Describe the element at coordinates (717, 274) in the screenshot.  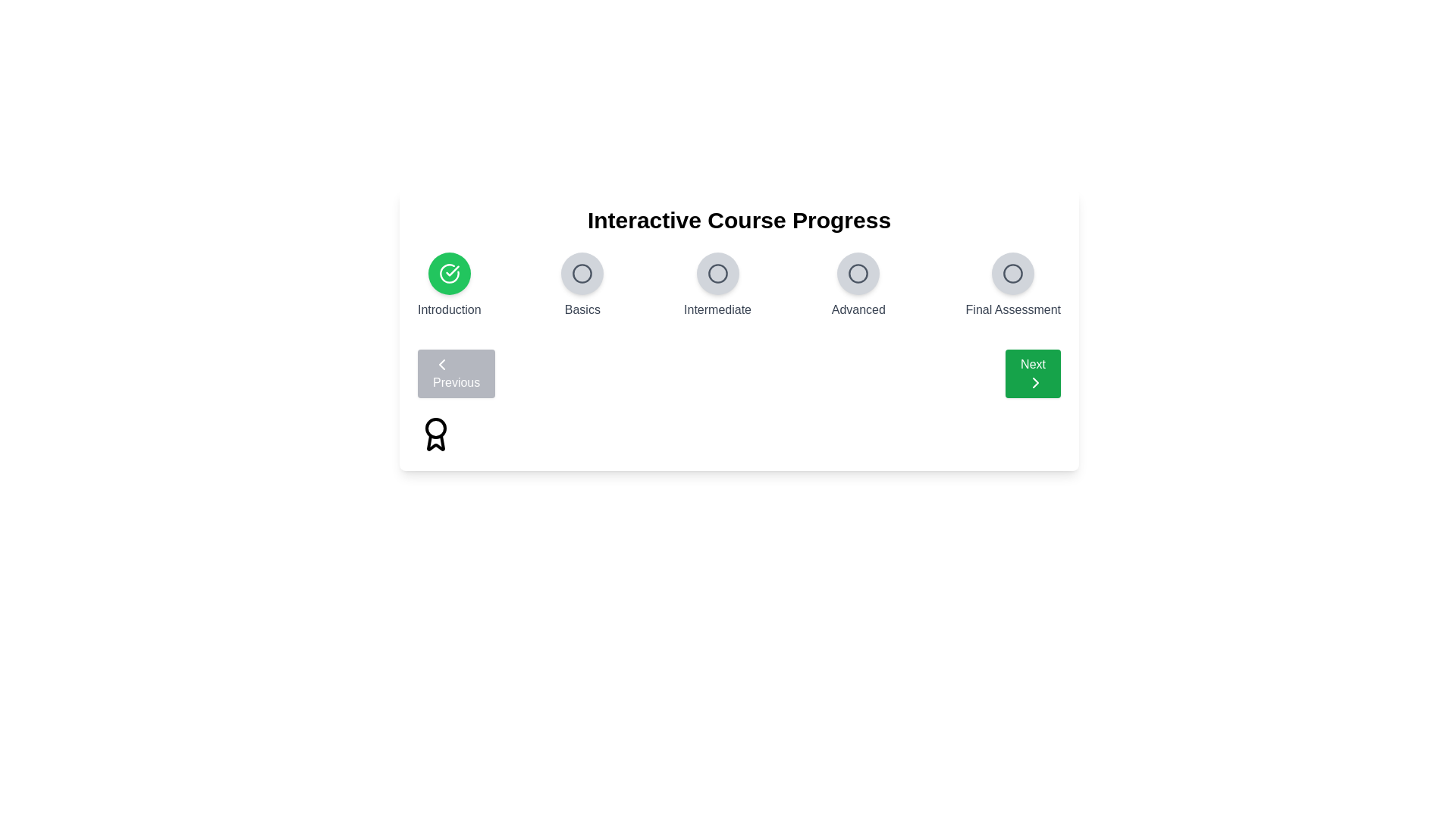
I see `the Progress Indicator, which is a circular outline styled as a progress marker located under the heading 'Interactive Course Progress', positioned as the third item labeled 'Intermediate'` at that location.